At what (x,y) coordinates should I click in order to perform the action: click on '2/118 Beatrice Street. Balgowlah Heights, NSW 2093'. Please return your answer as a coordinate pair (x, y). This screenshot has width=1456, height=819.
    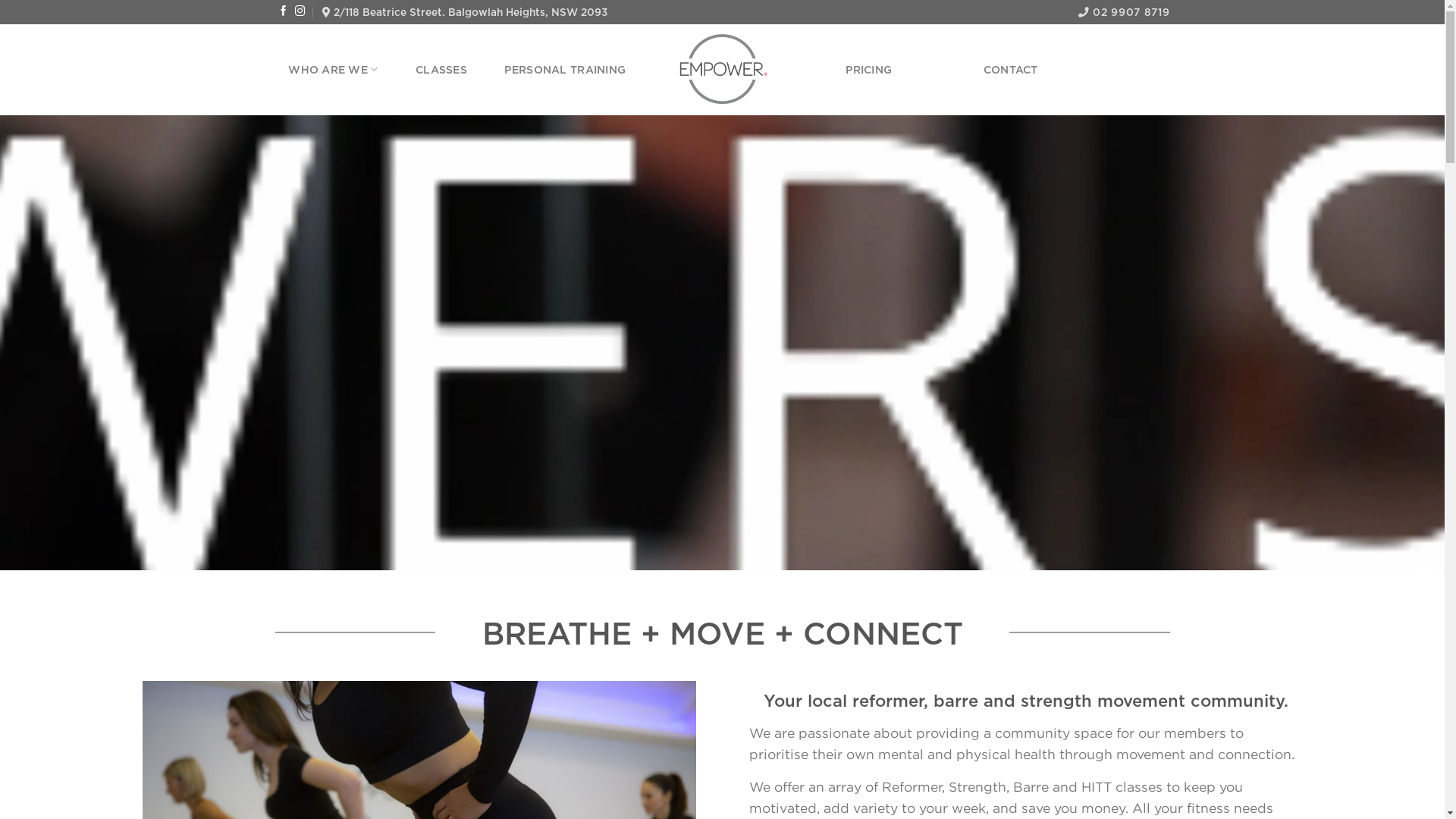
    Looking at the image, I should click on (464, 11).